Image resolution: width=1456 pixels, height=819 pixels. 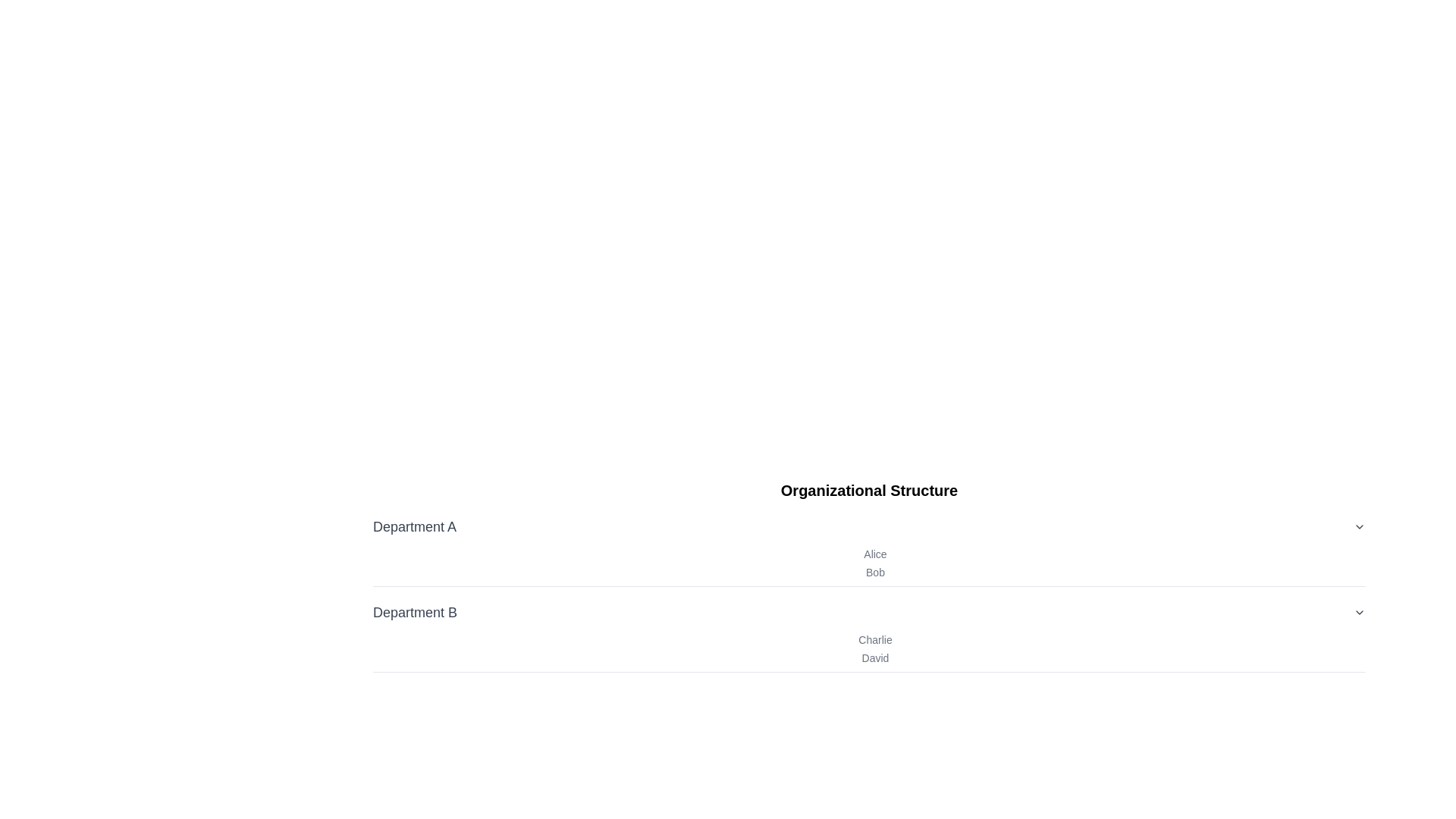 What do you see at coordinates (875, 657) in the screenshot?
I see `the text element displaying the name 'David' located under 'Department B', directly below 'Charlie'` at bounding box center [875, 657].